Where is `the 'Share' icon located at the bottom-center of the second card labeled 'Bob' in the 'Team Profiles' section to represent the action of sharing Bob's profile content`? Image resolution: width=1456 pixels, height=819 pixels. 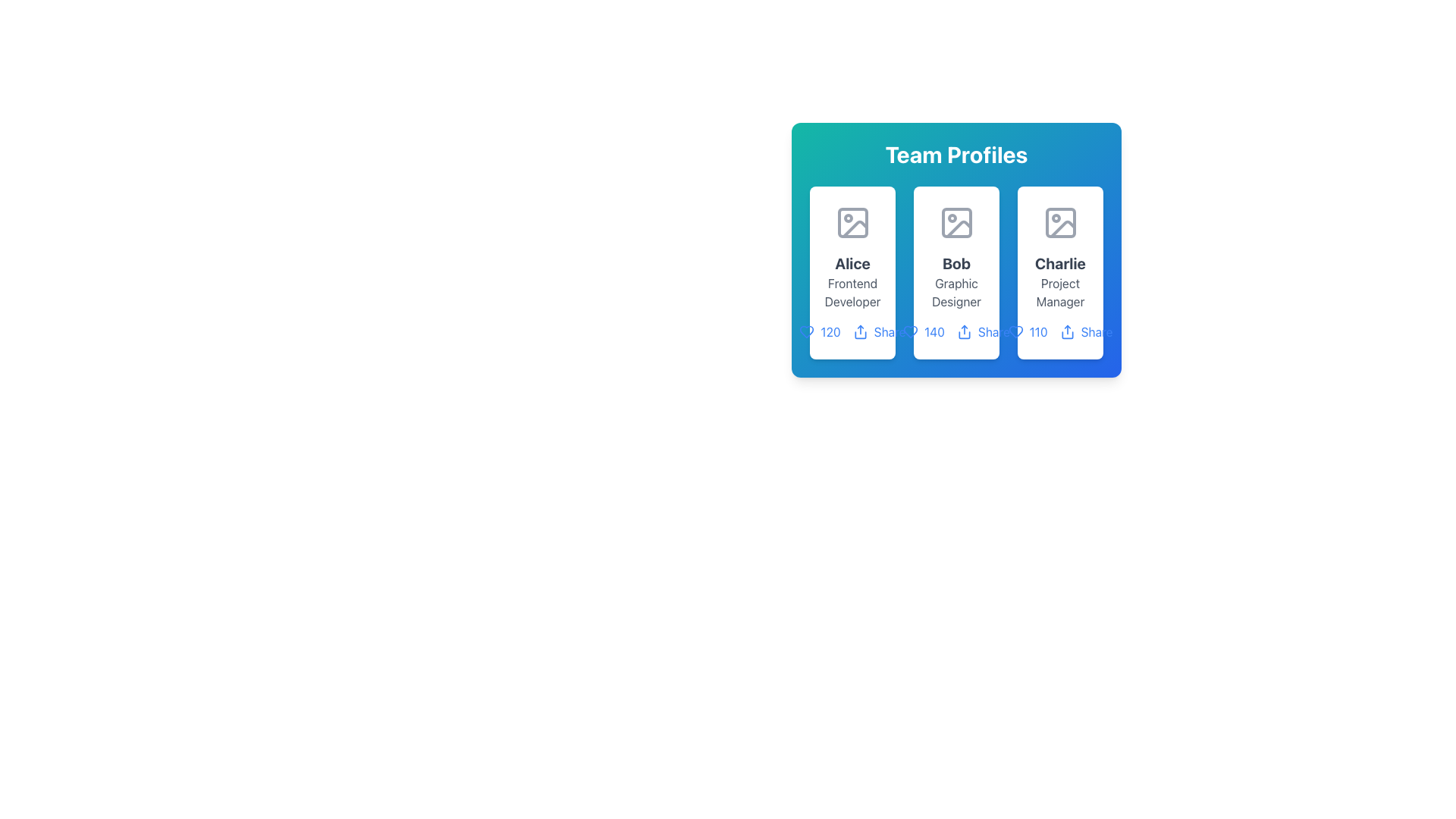
the 'Share' icon located at the bottom-center of the second card labeled 'Bob' in the 'Team Profiles' section to represent the action of sharing Bob's profile content is located at coordinates (964, 331).